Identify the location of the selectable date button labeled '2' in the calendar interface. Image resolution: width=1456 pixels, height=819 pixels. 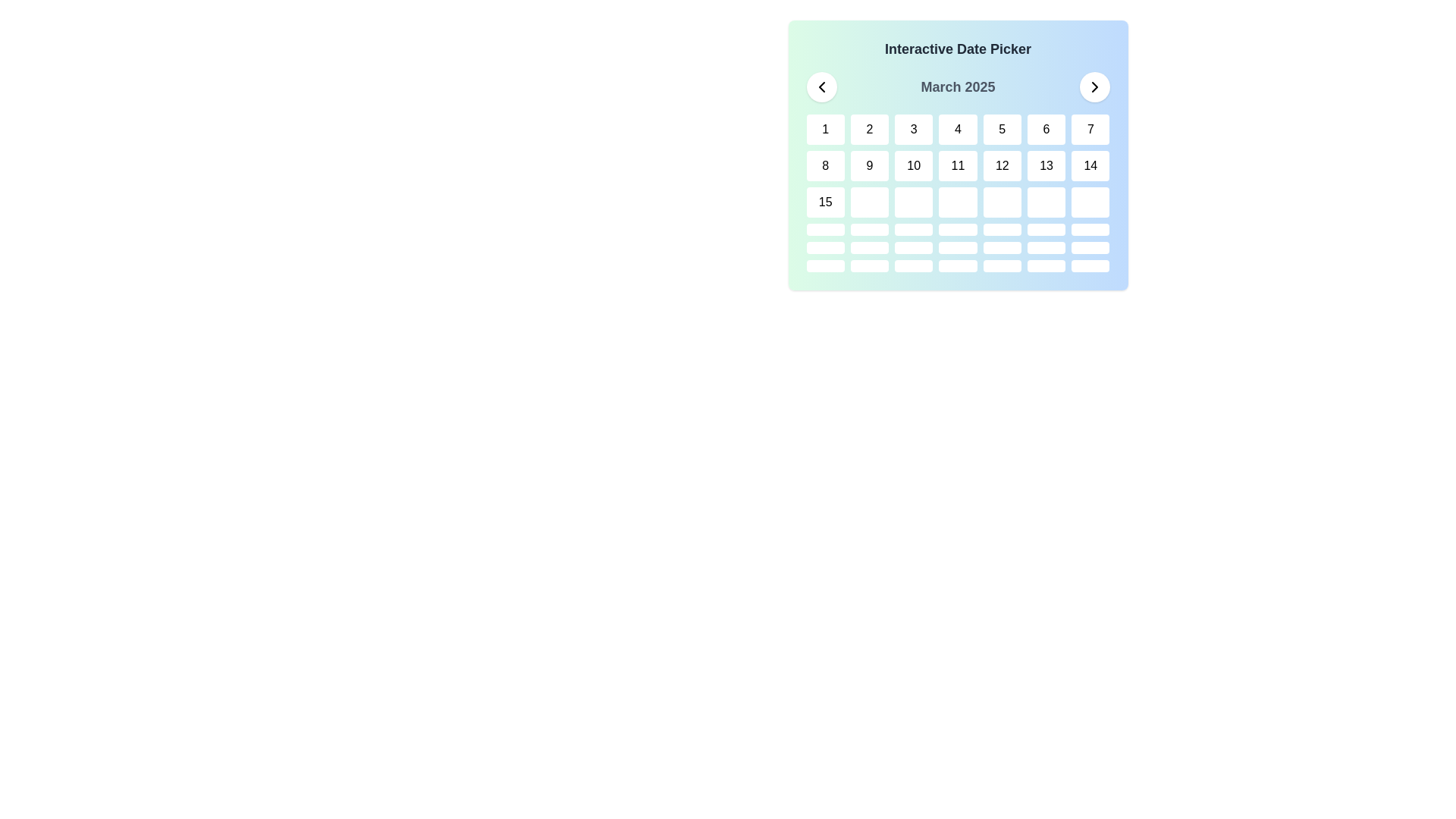
(870, 128).